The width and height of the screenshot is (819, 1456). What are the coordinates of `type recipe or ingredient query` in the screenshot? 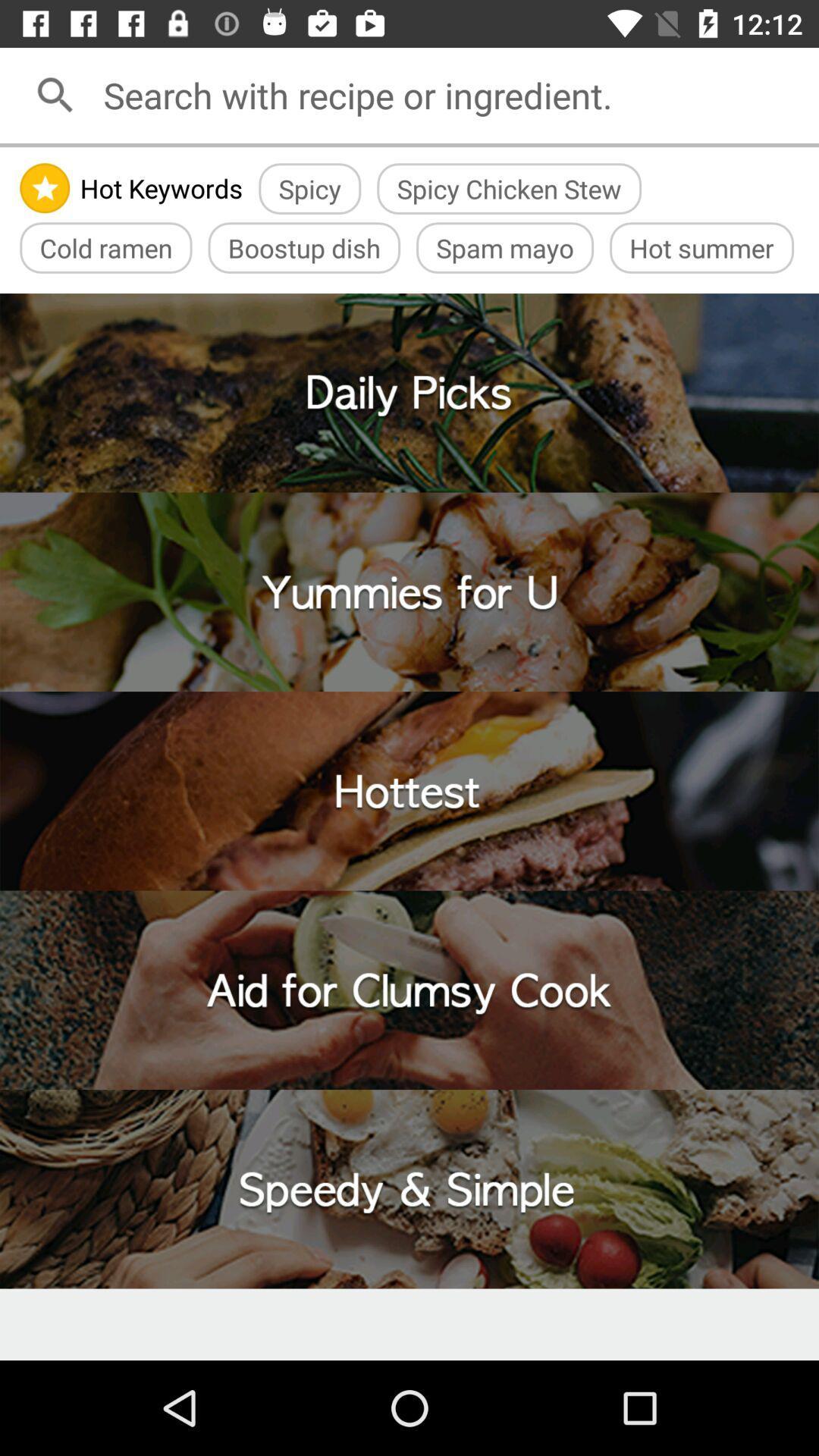 It's located at (455, 94).